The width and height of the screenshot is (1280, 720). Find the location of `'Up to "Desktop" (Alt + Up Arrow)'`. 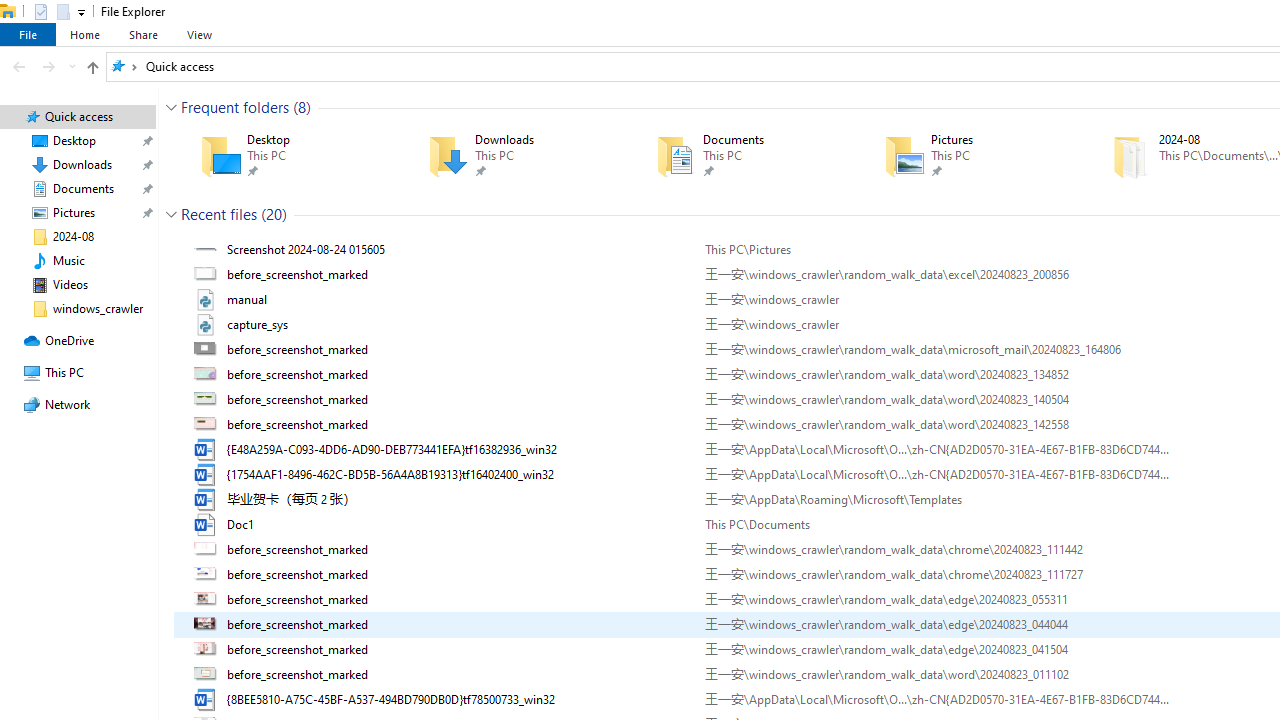

'Up to "Desktop" (Alt + Up Arrow)' is located at coordinates (91, 67).